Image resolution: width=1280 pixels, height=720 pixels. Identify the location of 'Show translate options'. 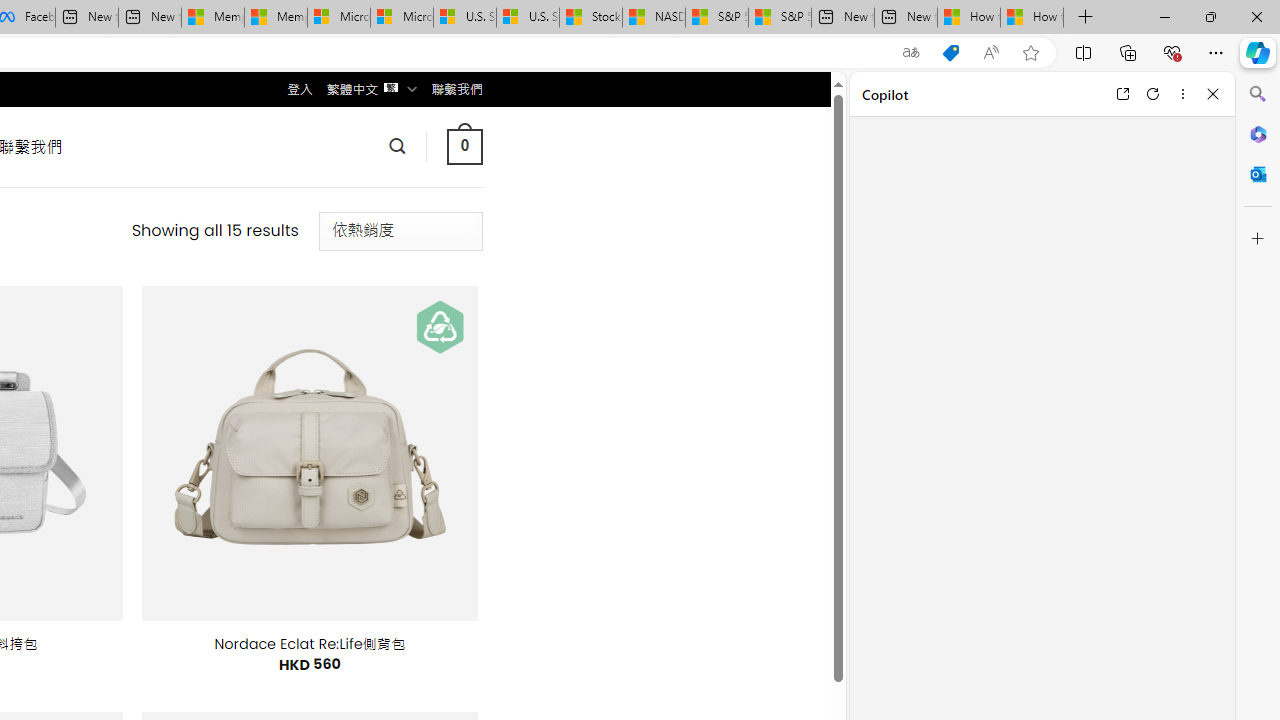
(909, 52).